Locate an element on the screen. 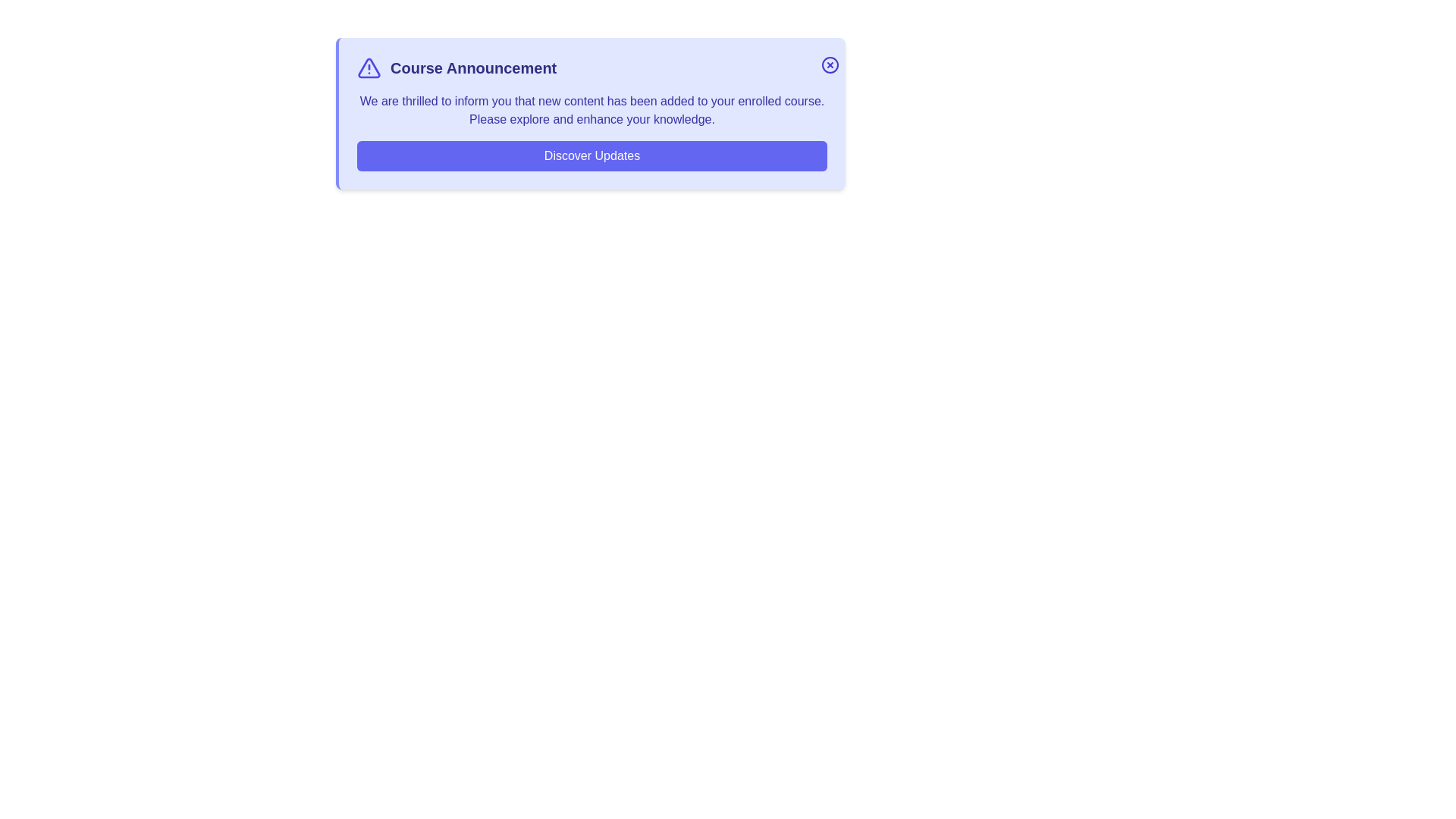 Image resolution: width=1456 pixels, height=819 pixels. the 'Discover Updates' button is located at coordinates (591, 155).